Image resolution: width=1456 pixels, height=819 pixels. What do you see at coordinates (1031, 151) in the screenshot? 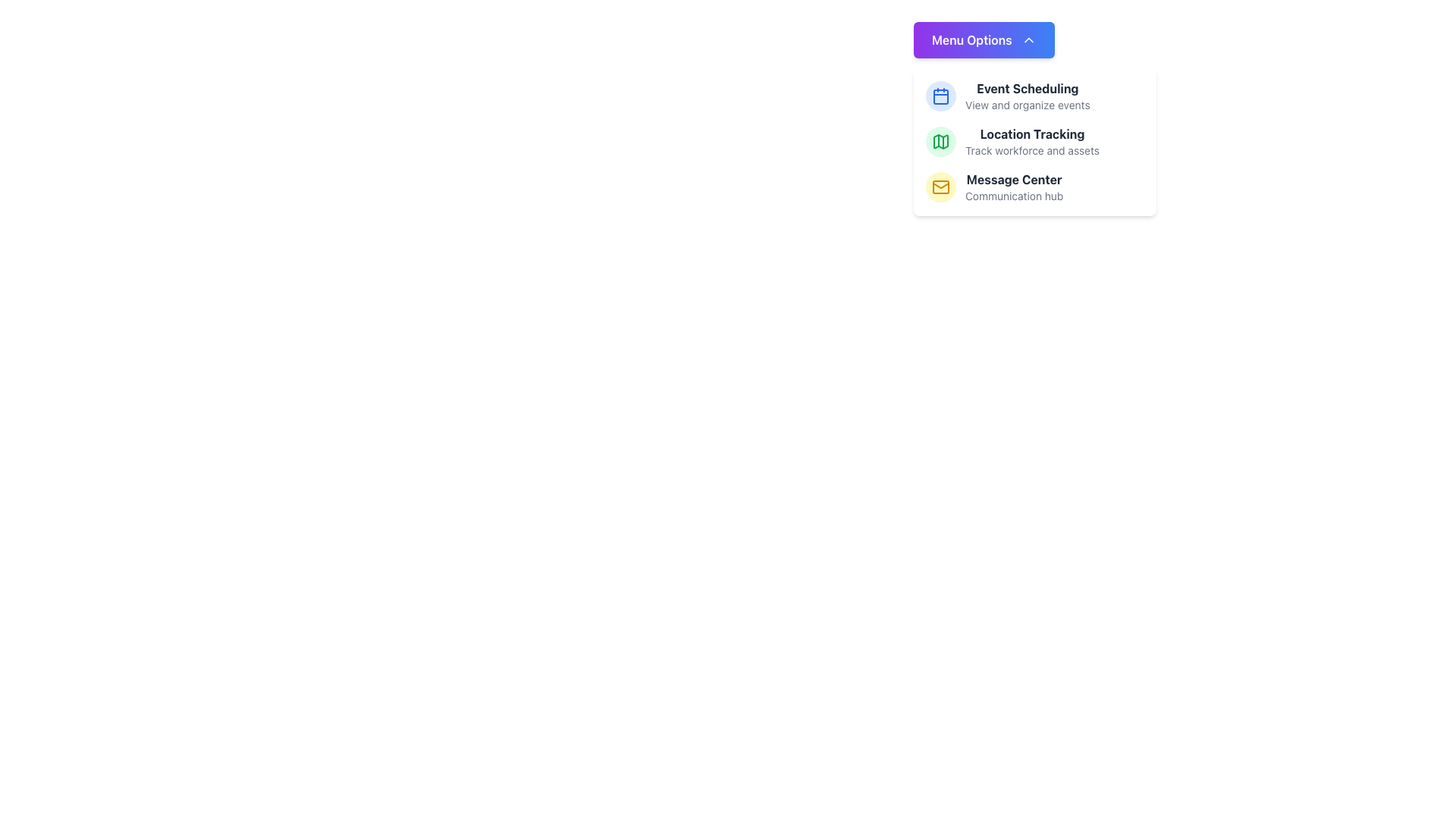
I see `the static text label displaying 'Track workforce and assets', which is positioned below the bold title 'Location Tracking' in the vertical menu under 'Menu Options'` at bounding box center [1031, 151].